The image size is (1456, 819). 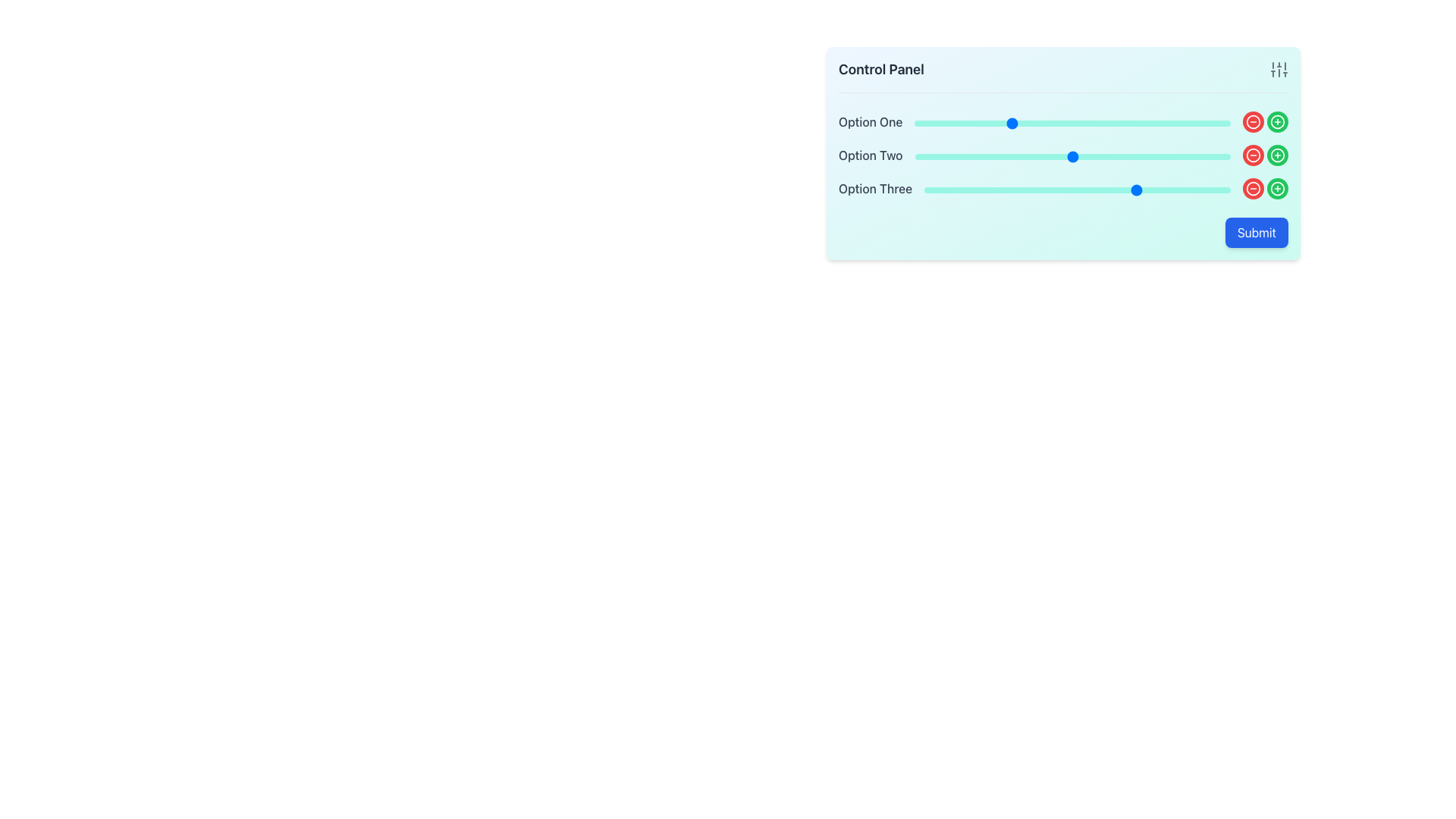 I want to click on outer circular boundary of the third 'plus' action button, which is visually represented as a circle in the SVG shape located to the right of 'Option Three', so click(x=1276, y=155).